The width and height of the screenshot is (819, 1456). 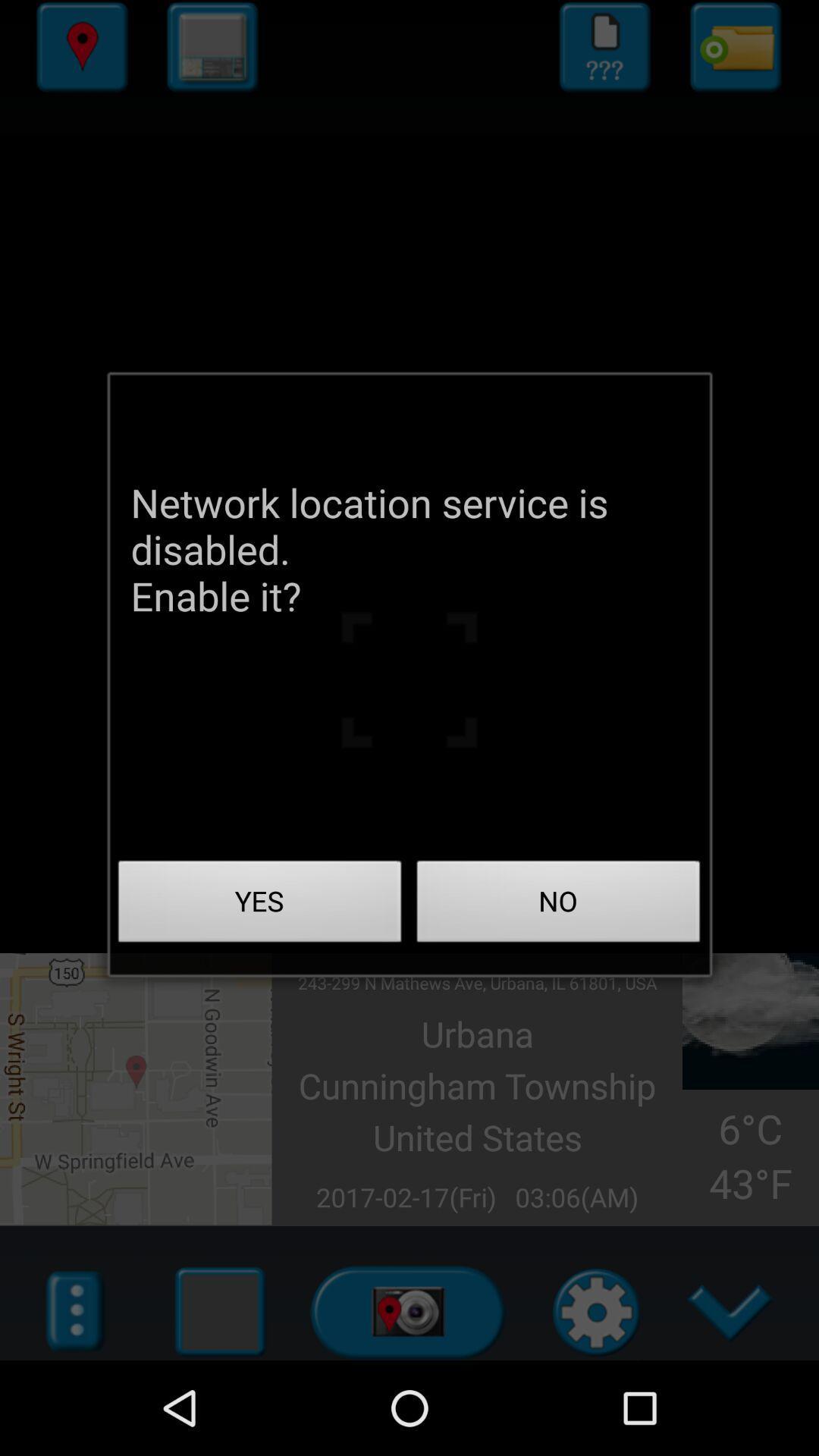 What do you see at coordinates (259, 905) in the screenshot?
I see `yes on the left` at bounding box center [259, 905].